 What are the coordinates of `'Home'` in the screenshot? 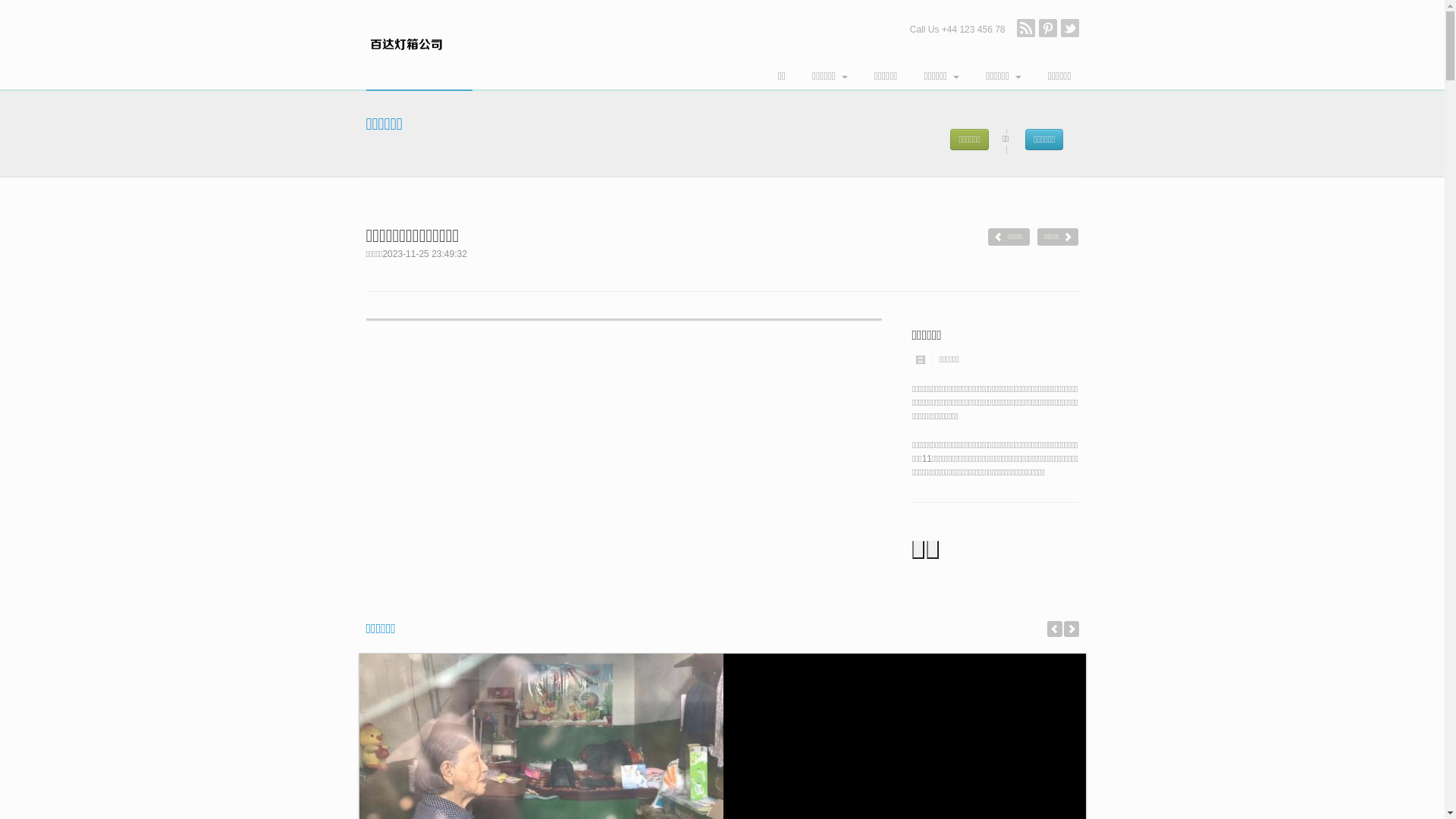 It's located at (419, 45).